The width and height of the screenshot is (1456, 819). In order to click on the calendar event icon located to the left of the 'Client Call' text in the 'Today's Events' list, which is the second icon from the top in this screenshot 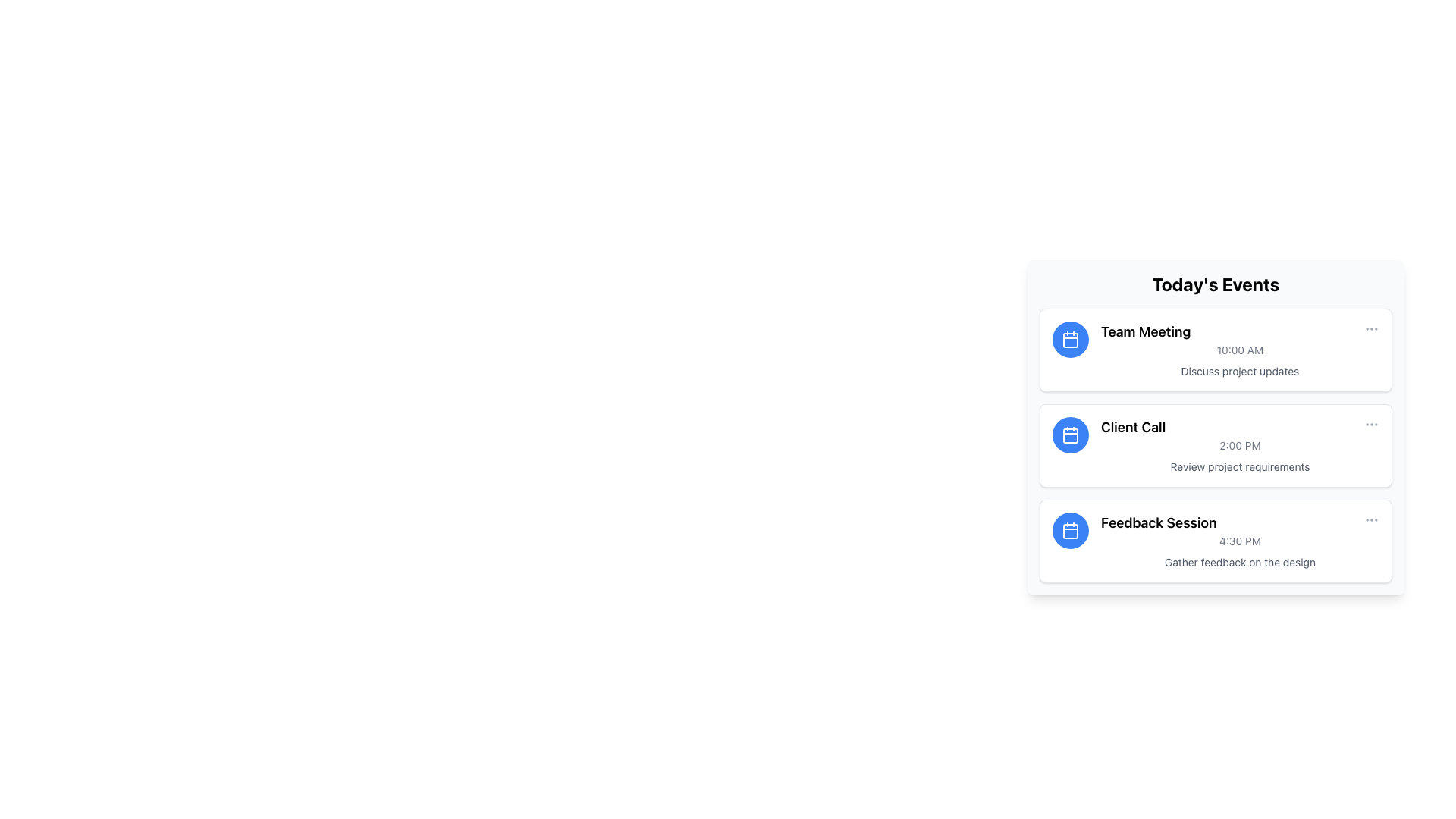, I will do `click(1069, 435)`.